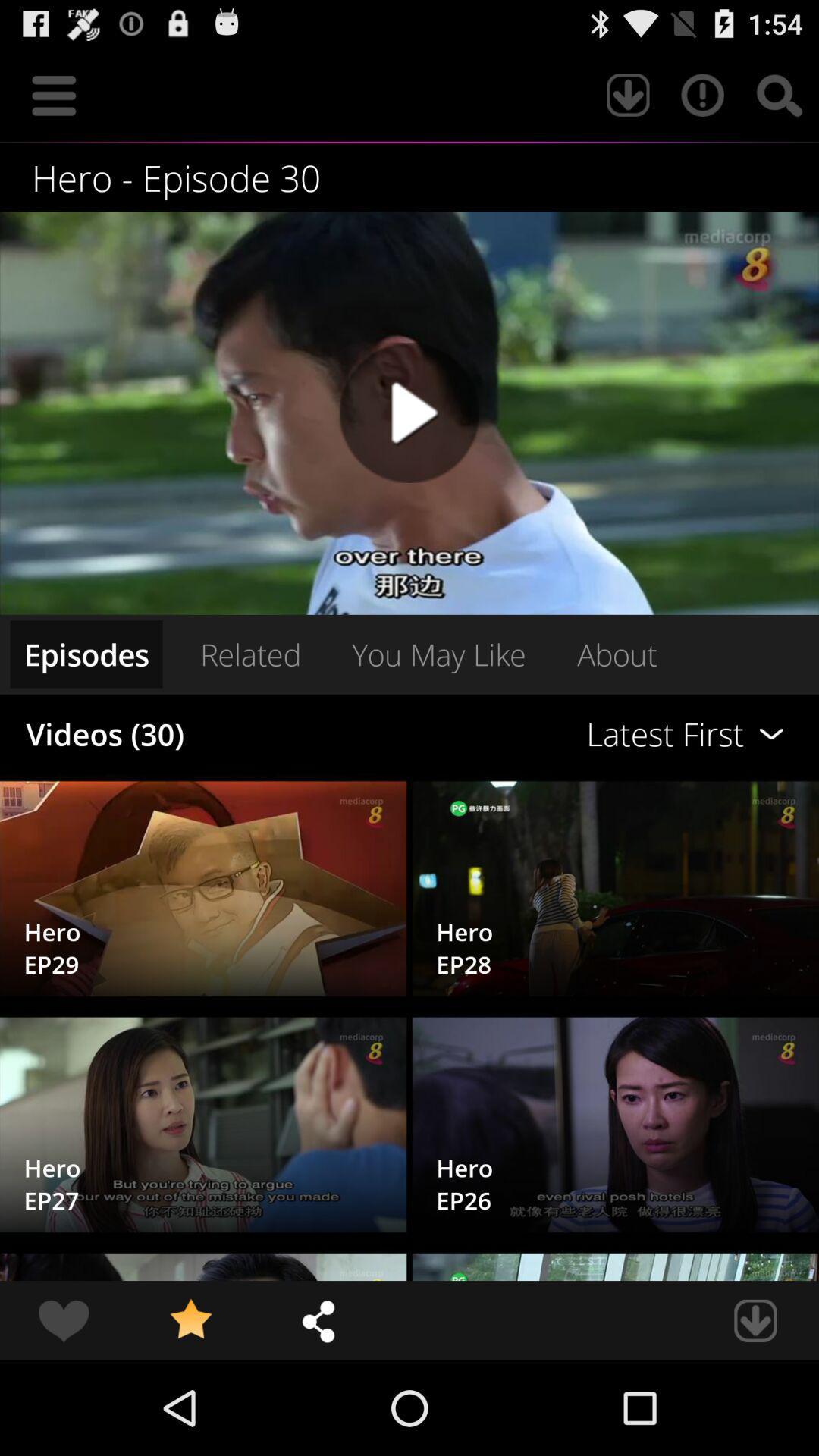  What do you see at coordinates (409, 441) in the screenshot?
I see `the play icon` at bounding box center [409, 441].